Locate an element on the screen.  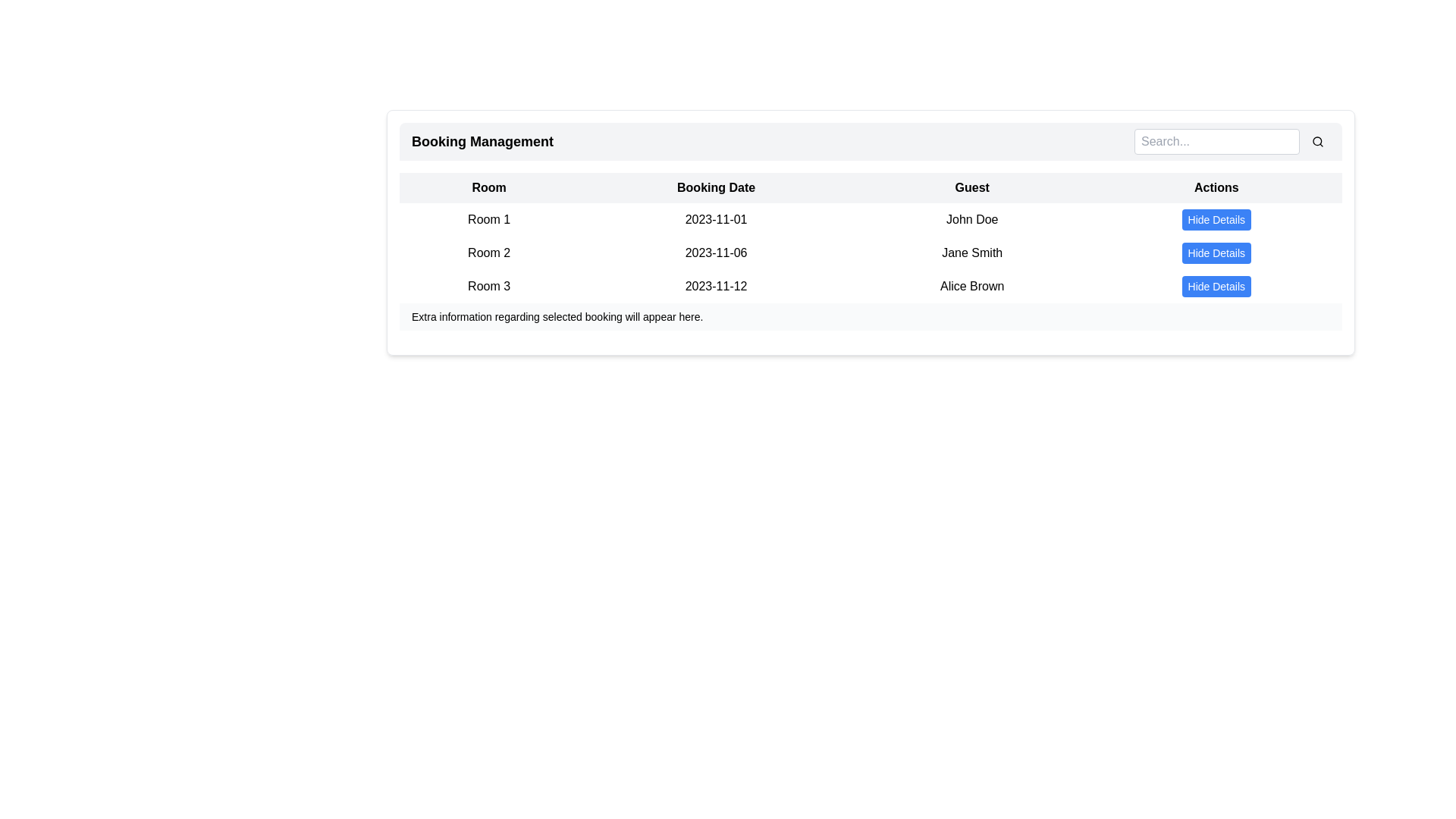
the text label 'Alice Brown' located in the 'Guest' column of the booking table, which is situated in the third row is located at coordinates (972, 287).